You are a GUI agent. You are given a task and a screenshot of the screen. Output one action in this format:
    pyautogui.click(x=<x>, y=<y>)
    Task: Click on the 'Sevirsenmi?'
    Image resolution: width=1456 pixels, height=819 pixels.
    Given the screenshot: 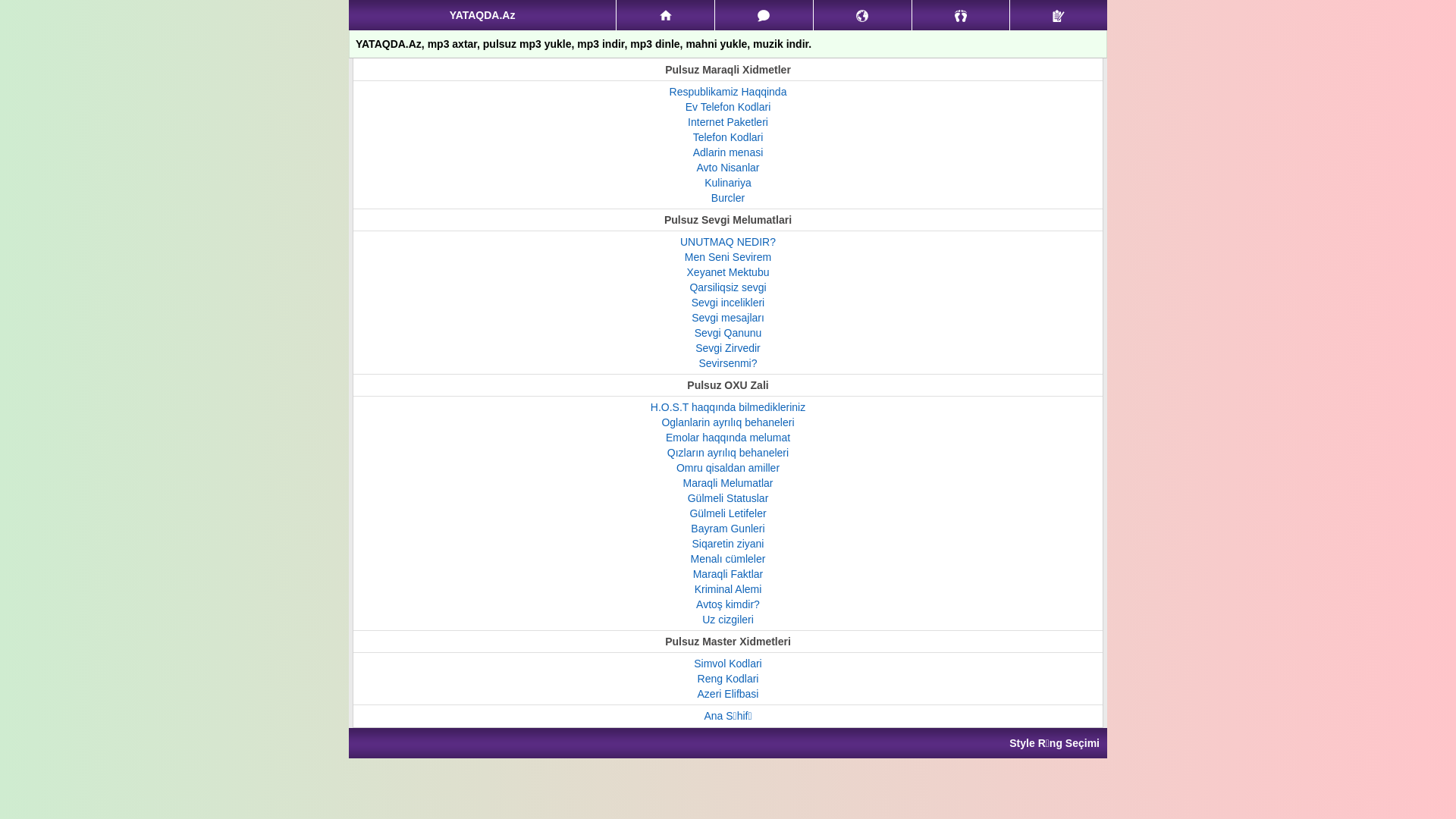 What is the action you would take?
    pyautogui.click(x=726, y=362)
    